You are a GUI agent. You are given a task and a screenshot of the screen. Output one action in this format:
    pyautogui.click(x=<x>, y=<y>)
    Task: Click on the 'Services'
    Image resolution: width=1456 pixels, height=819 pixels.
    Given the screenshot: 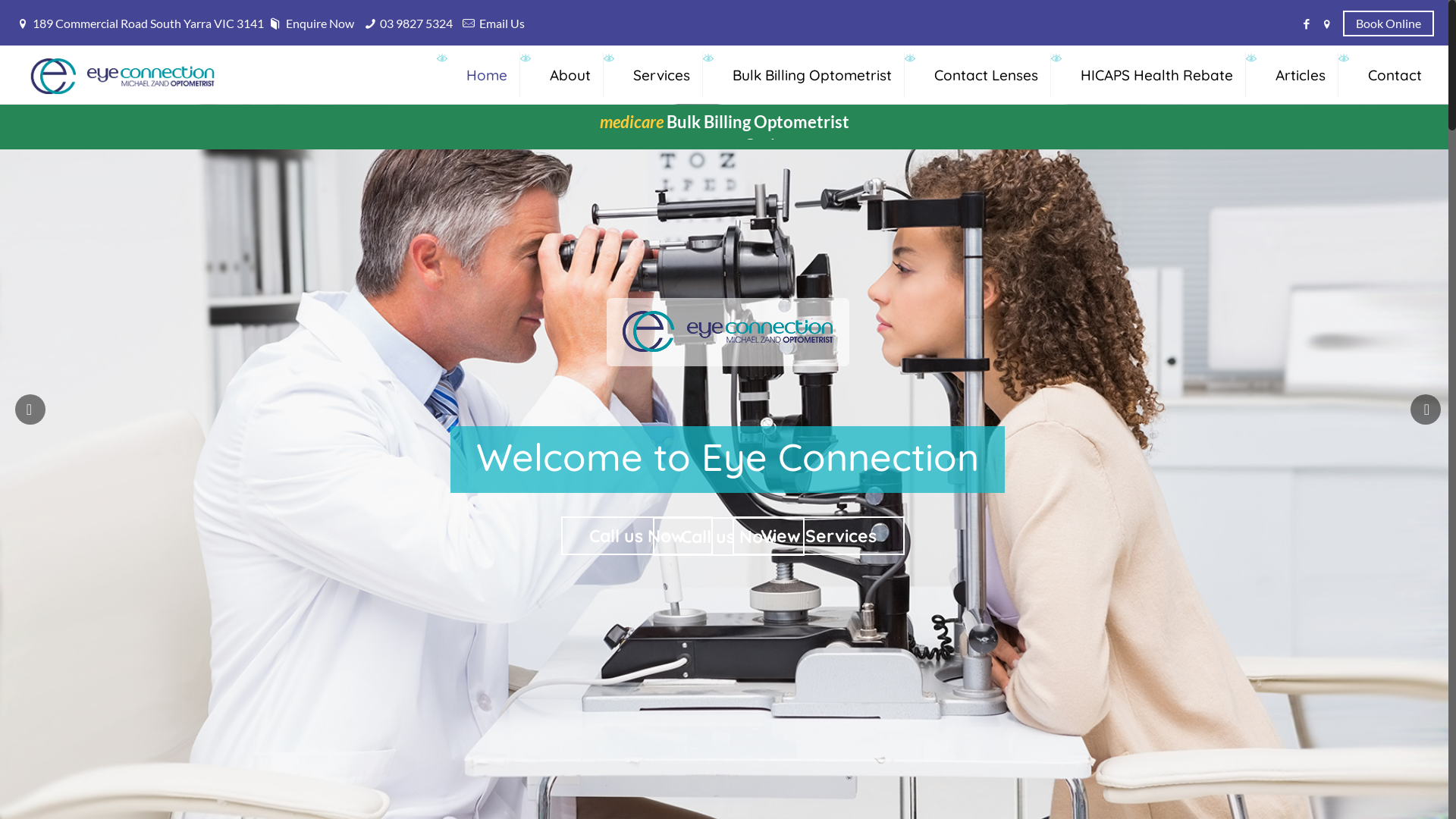 What is the action you would take?
    pyautogui.click(x=662, y=74)
    